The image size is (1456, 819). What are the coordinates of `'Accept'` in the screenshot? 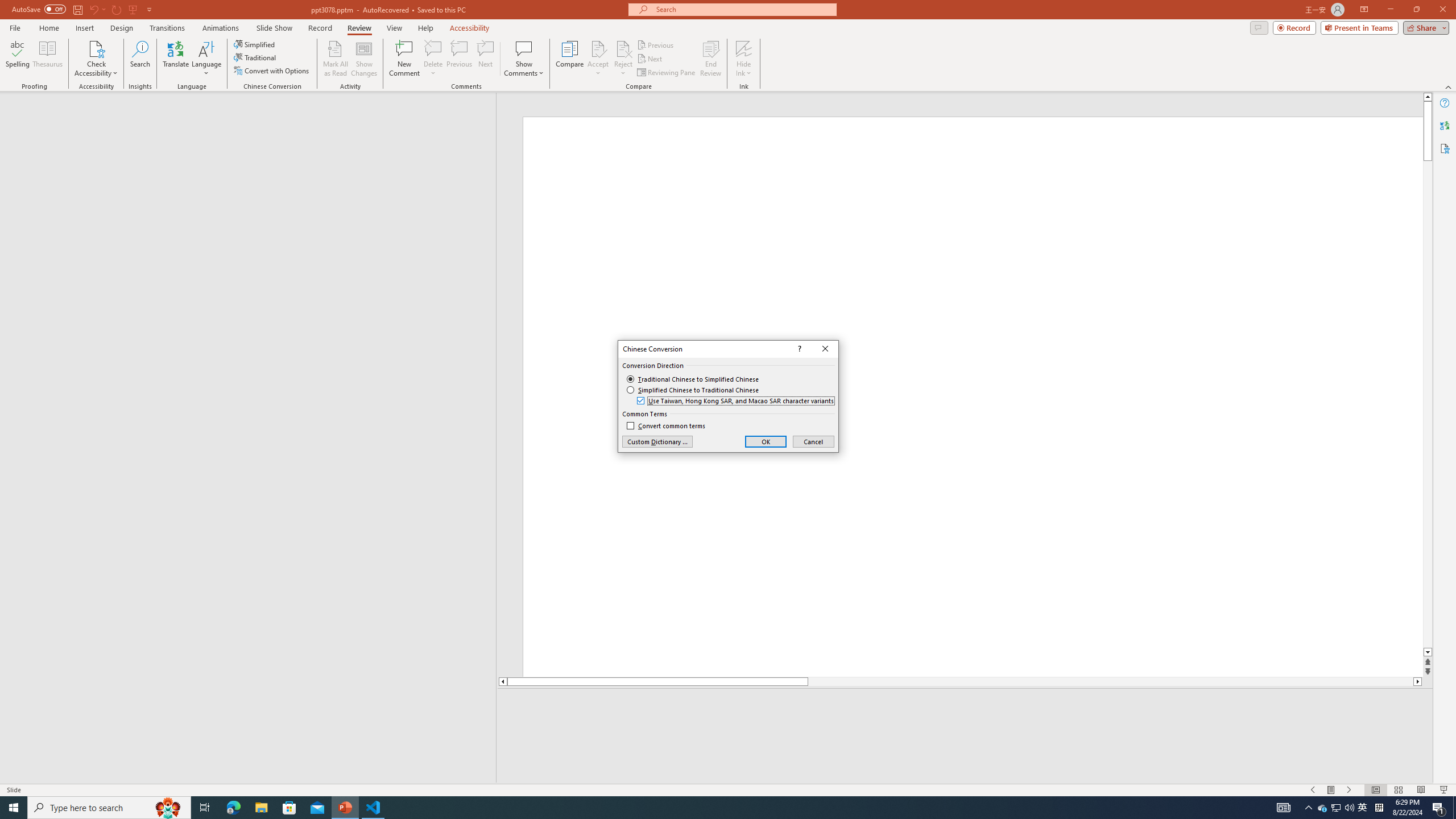 It's located at (598, 59).